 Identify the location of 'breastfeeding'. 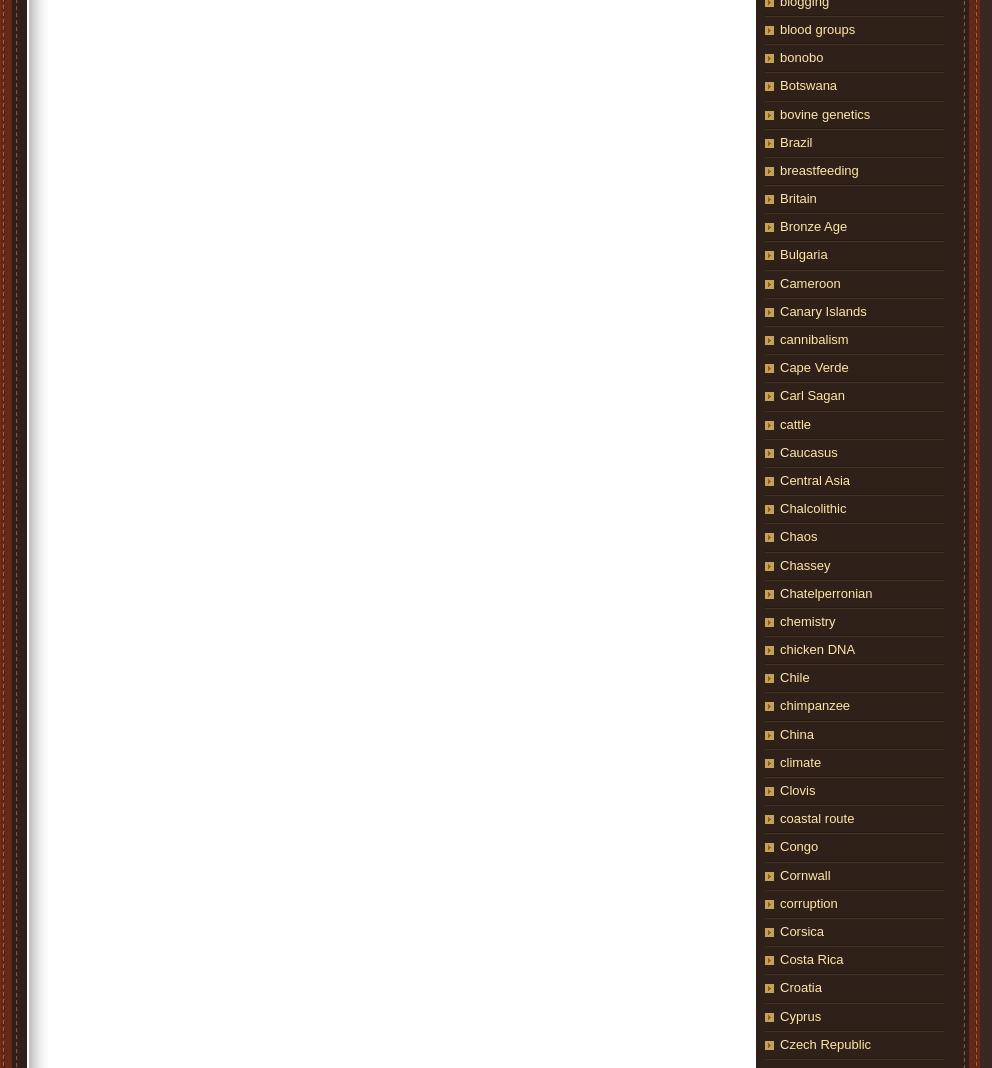
(818, 169).